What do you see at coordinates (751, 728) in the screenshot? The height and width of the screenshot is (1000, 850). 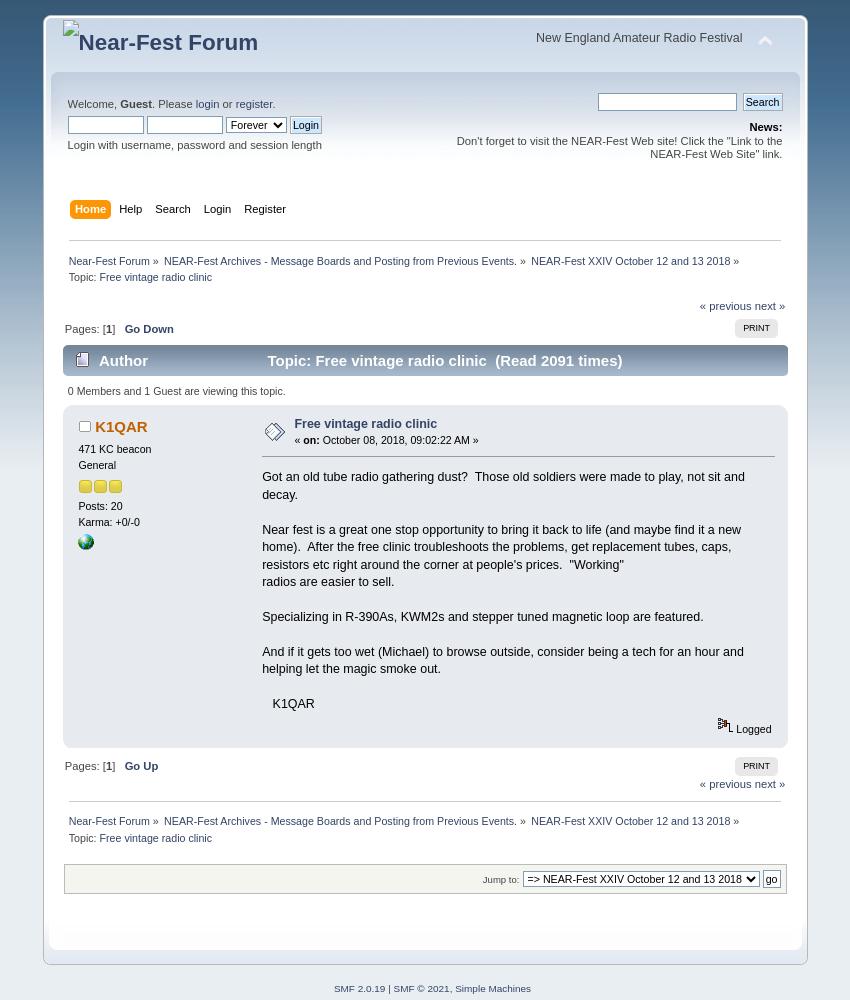 I see `'Logged'` at bounding box center [751, 728].